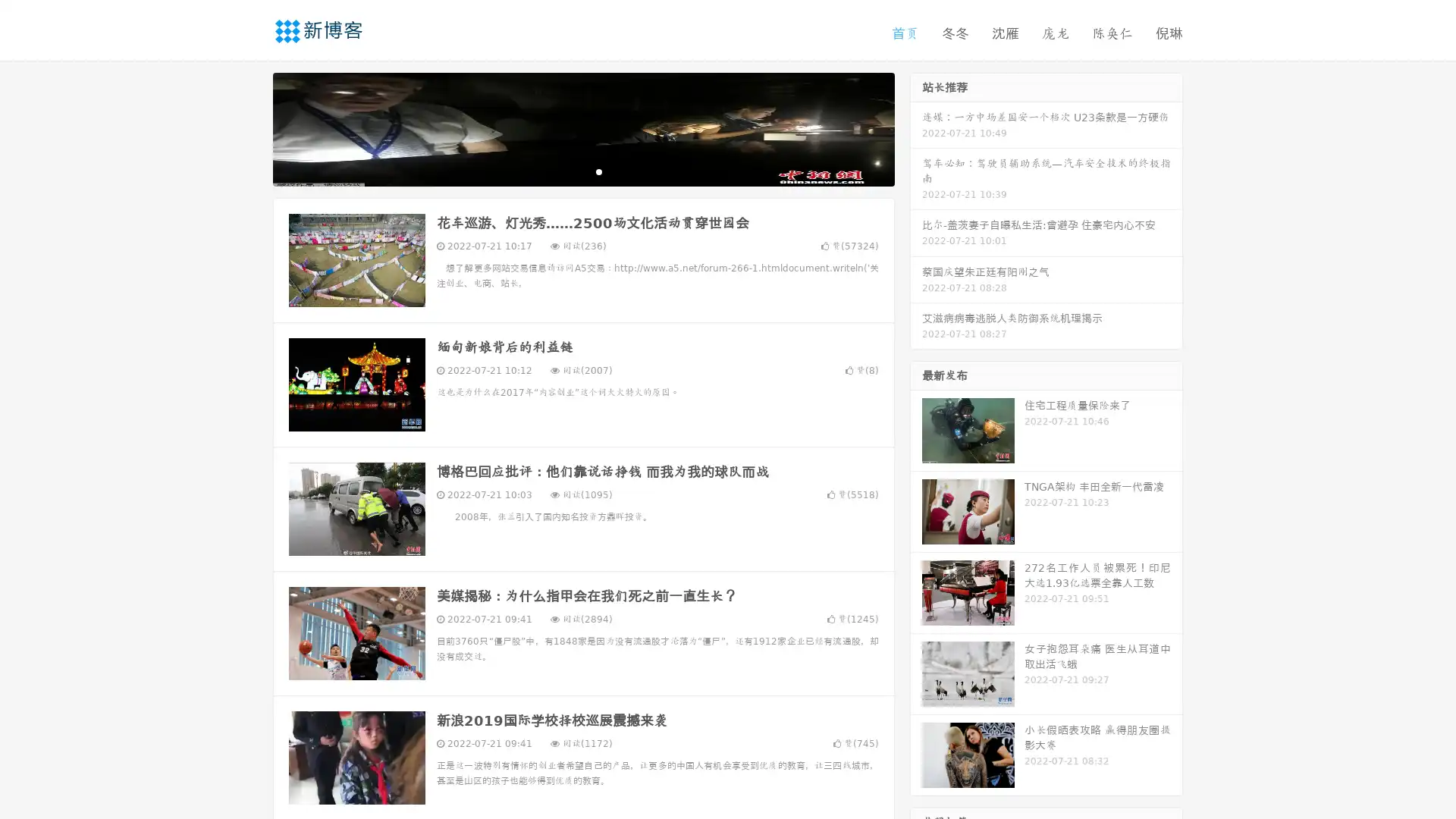 The height and width of the screenshot is (819, 1456). Describe the element at coordinates (567, 171) in the screenshot. I see `Go to slide 1` at that location.